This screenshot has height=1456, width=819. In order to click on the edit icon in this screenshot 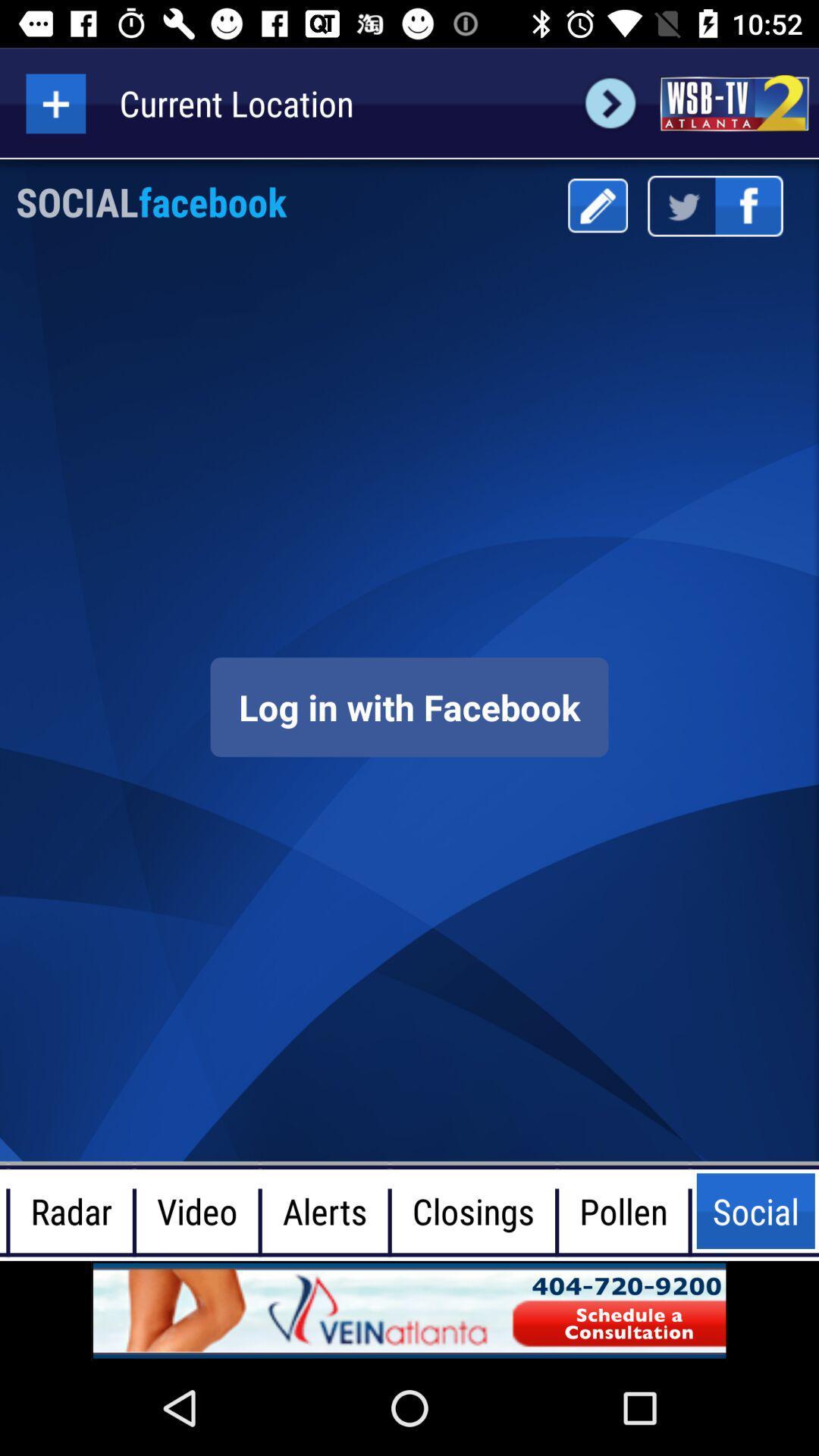, I will do `click(597, 205)`.